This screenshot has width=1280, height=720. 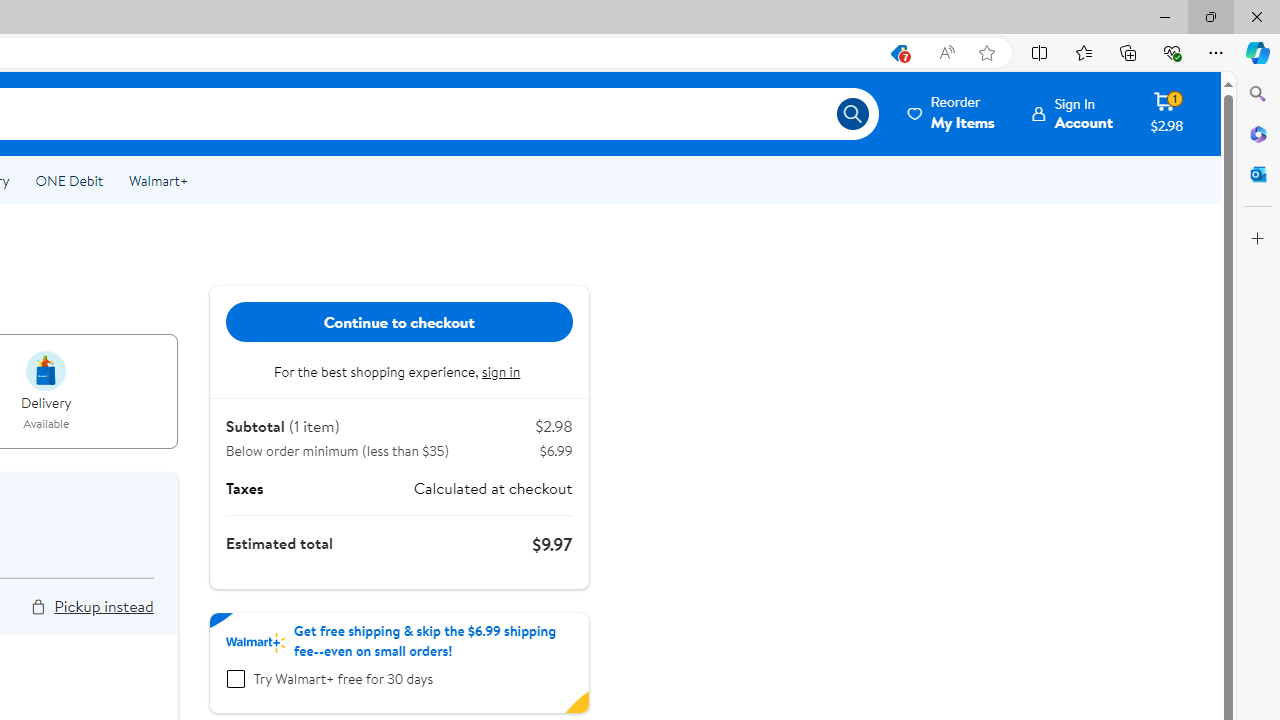 What do you see at coordinates (69, 181) in the screenshot?
I see `'ONE Debit'` at bounding box center [69, 181].